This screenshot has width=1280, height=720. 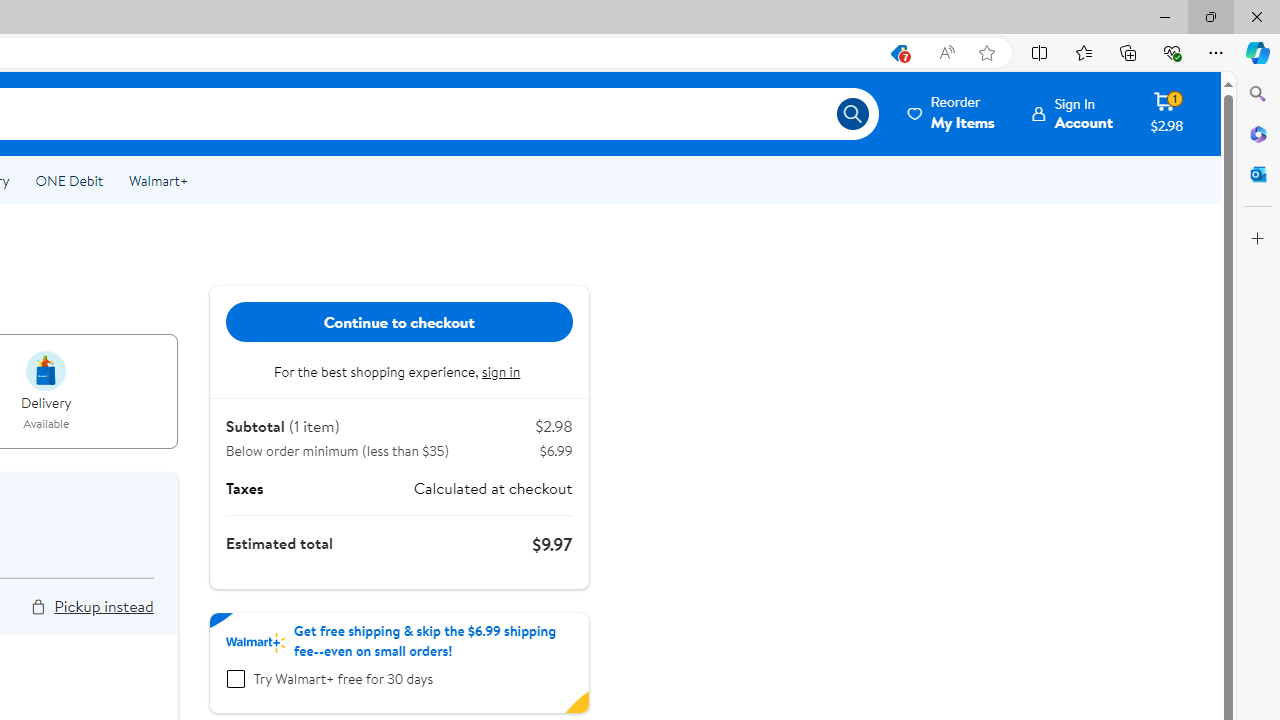 What do you see at coordinates (69, 181) in the screenshot?
I see `'ONE Debit'` at bounding box center [69, 181].